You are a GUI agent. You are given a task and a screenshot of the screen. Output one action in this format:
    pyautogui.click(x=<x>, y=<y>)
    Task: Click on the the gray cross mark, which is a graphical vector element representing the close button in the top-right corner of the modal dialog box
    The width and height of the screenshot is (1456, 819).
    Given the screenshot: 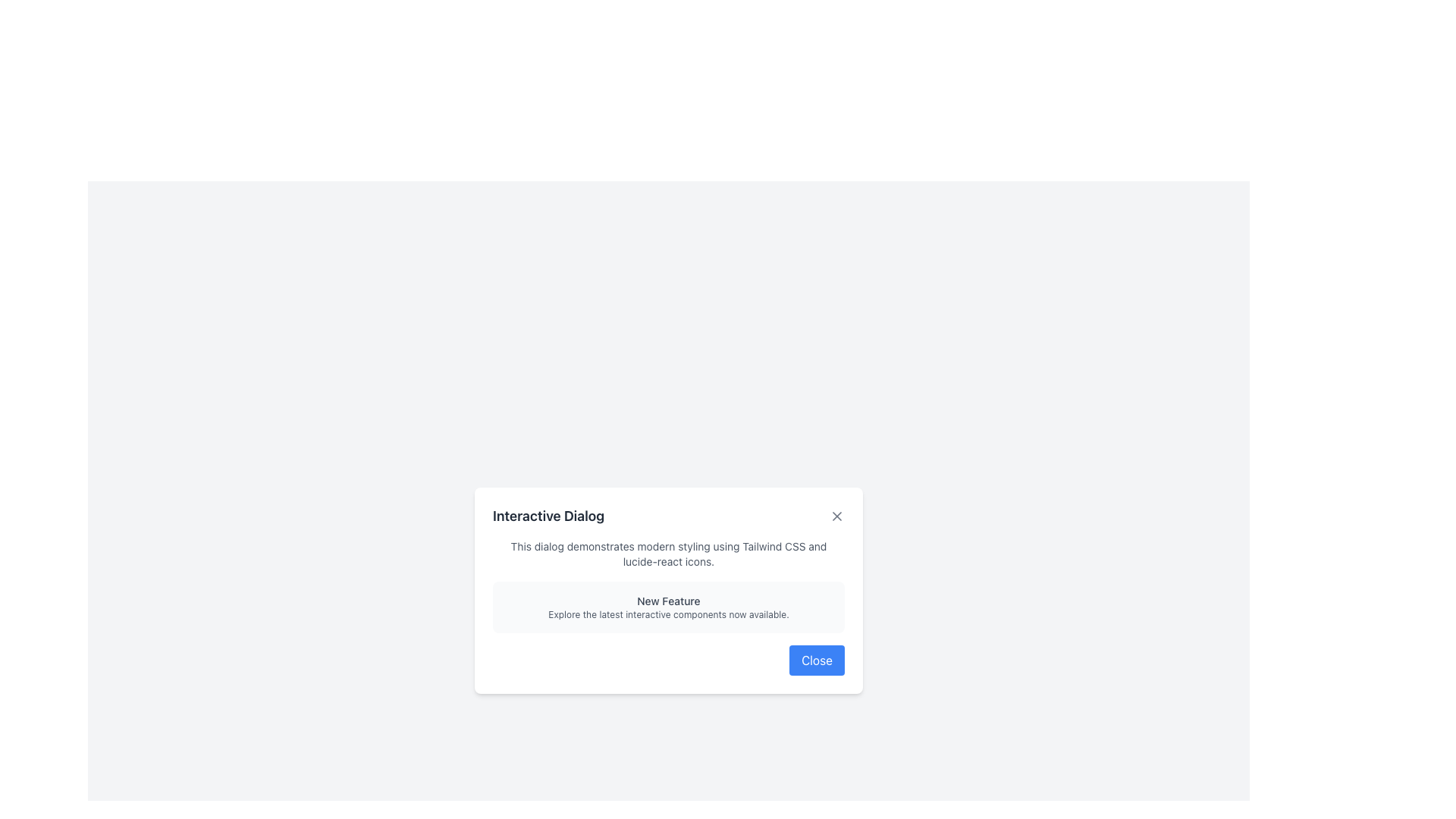 What is the action you would take?
    pyautogui.click(x=836, y=516)
    